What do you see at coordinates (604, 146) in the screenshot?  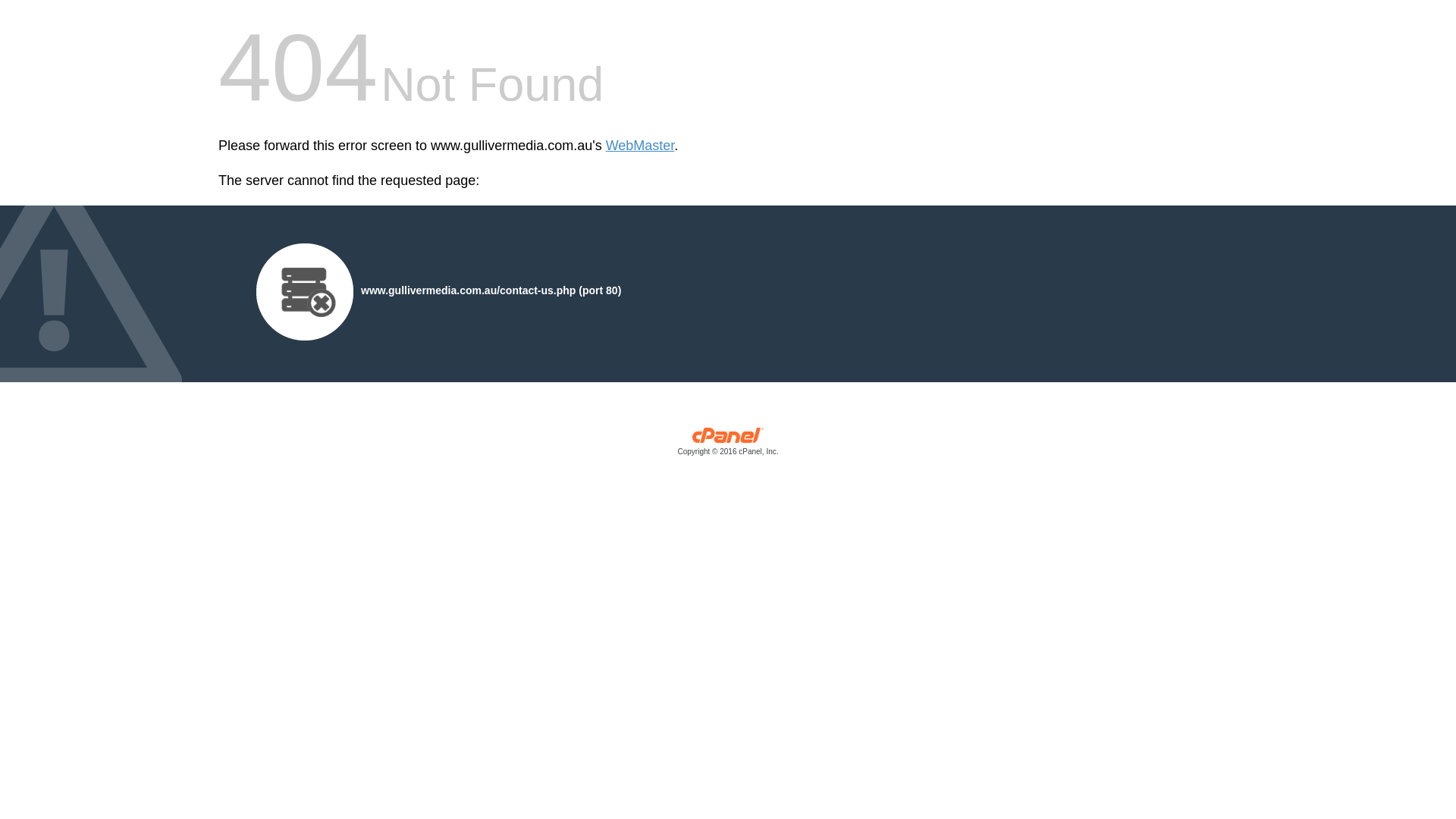 I see `'WebMaster'` at bounding box center [604, 146].